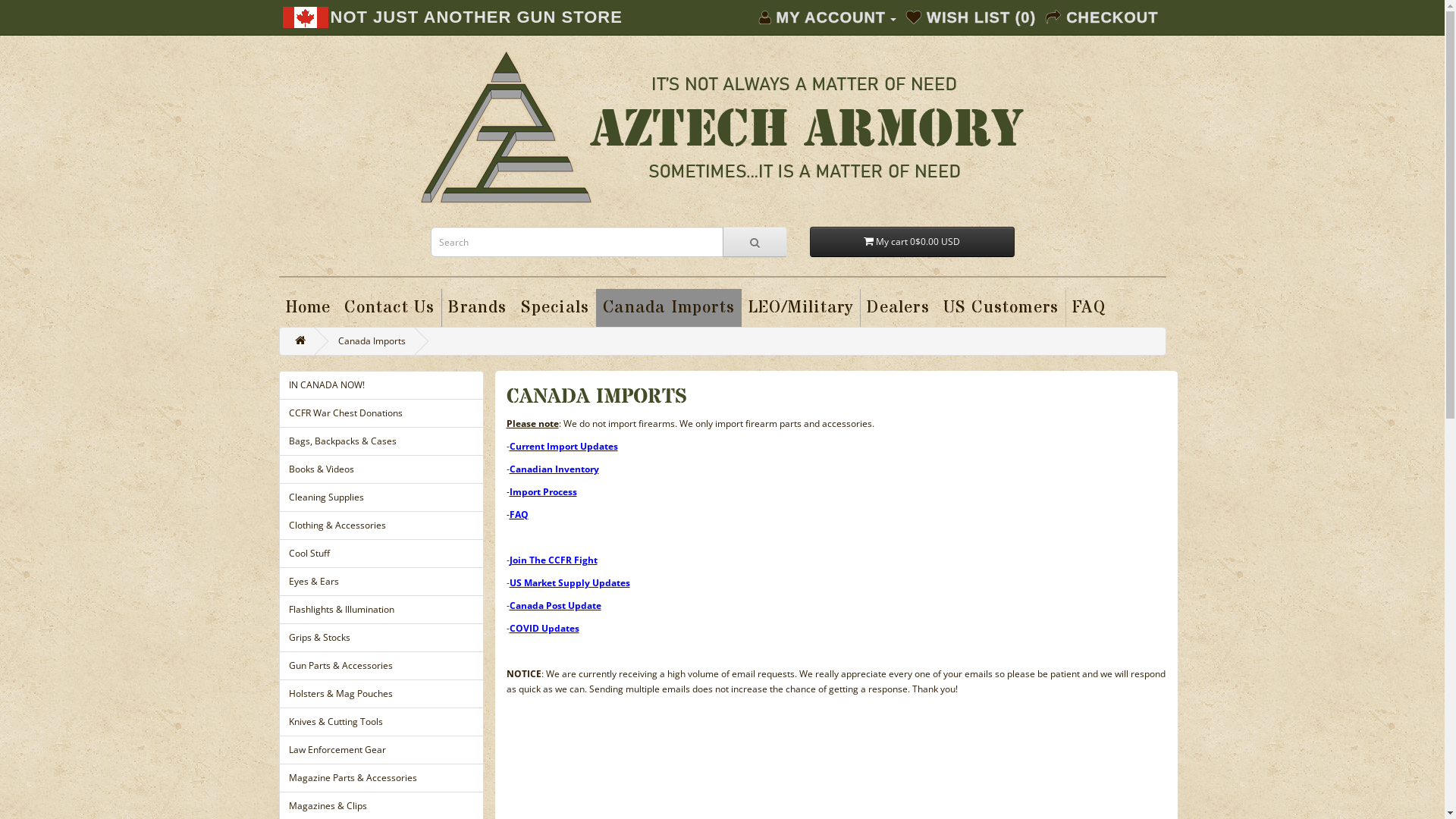  What do you see at coordinates (554, 604) in the screenshot?
I see `'Canada Post Update'` at bounding box center [554, 604].